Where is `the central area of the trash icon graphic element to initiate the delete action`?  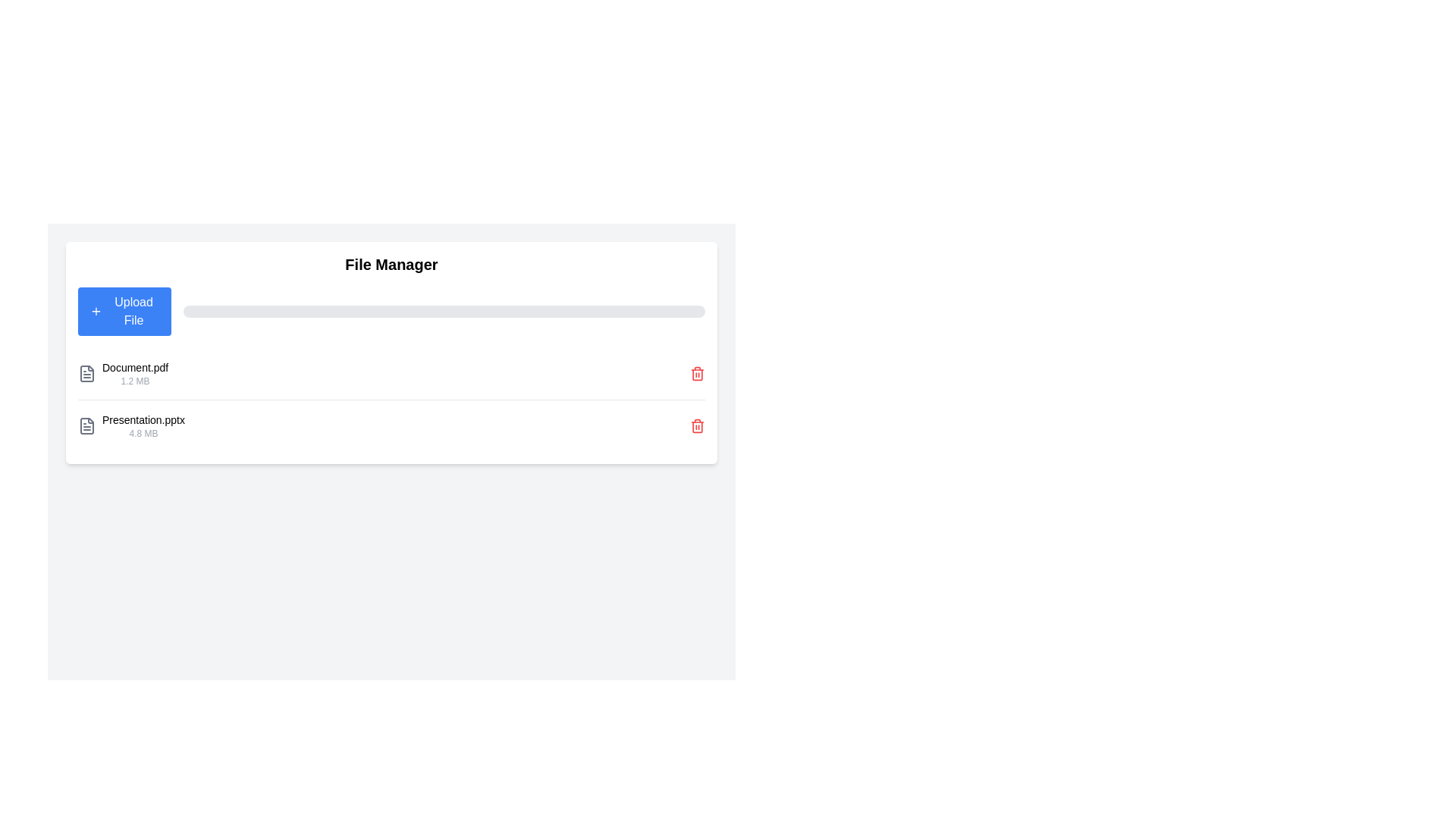 the central area of the trash icon graphic element to initiate the delete action is located at coordinates (697, 374).